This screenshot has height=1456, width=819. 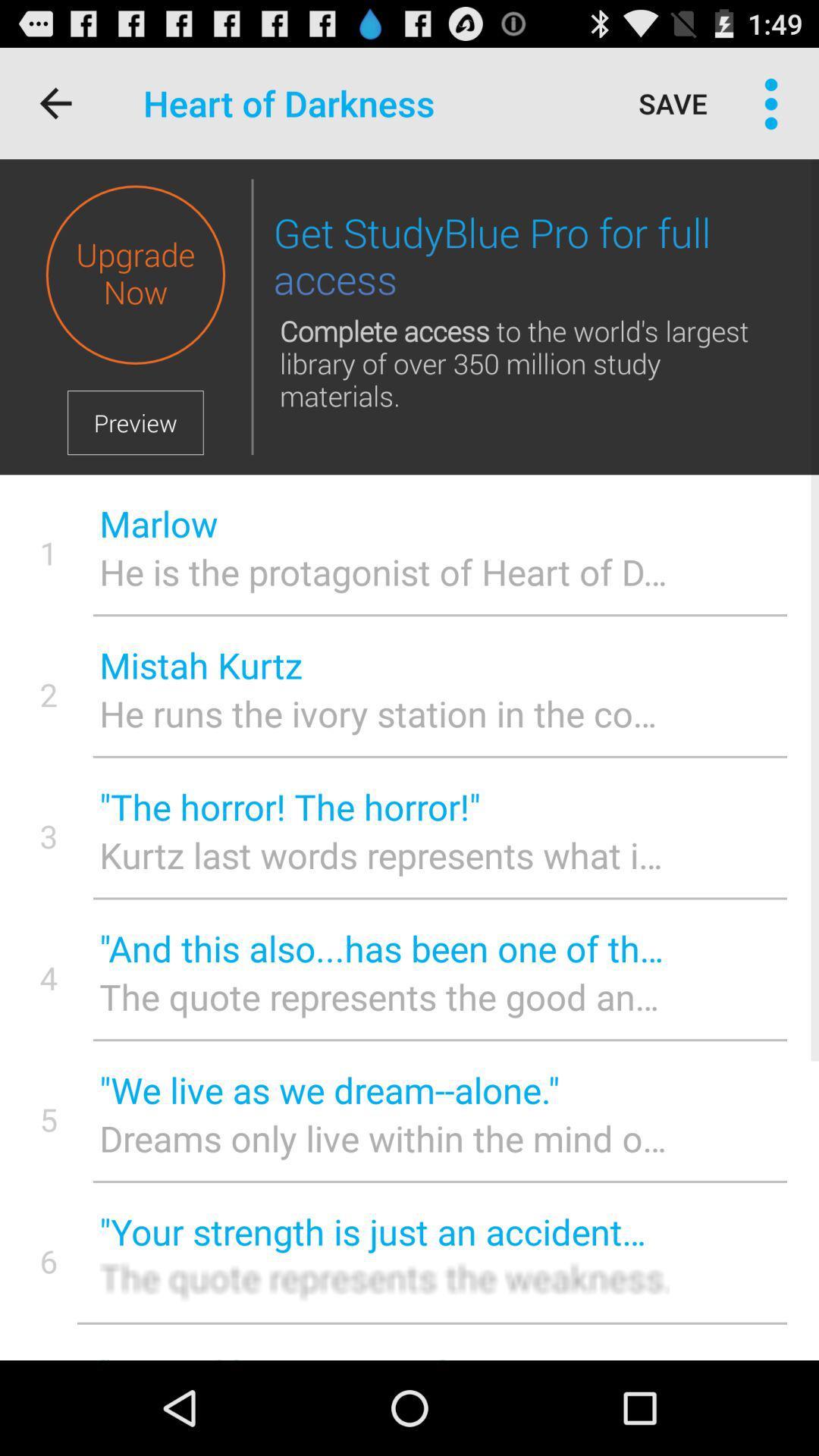 What do you see at coordinates (383, 523) in the screenshot?
I see `the marlow` at bounding box center [383, 523].